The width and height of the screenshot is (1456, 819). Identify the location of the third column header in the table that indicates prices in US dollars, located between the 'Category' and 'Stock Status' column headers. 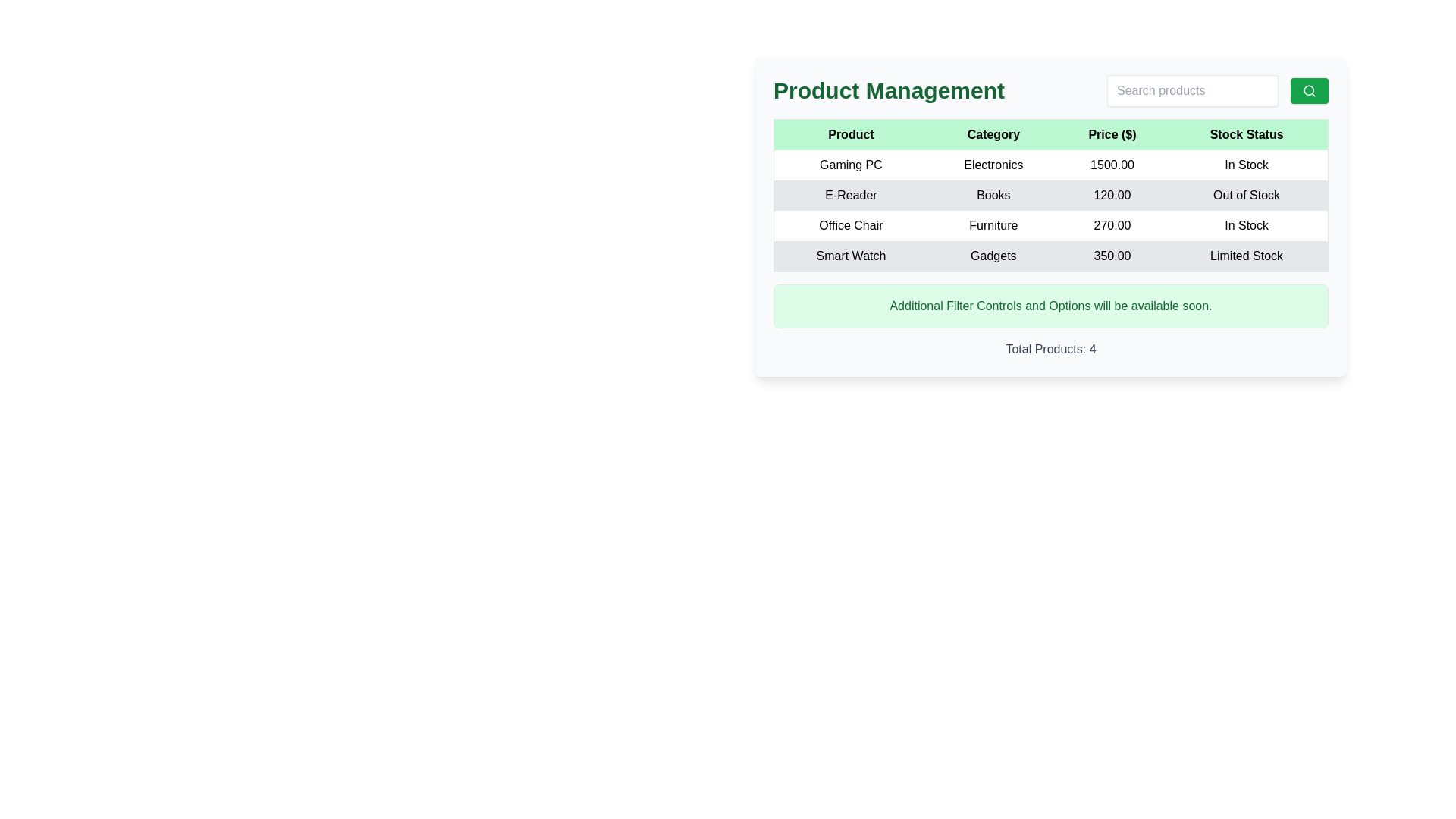
(1112, 133).